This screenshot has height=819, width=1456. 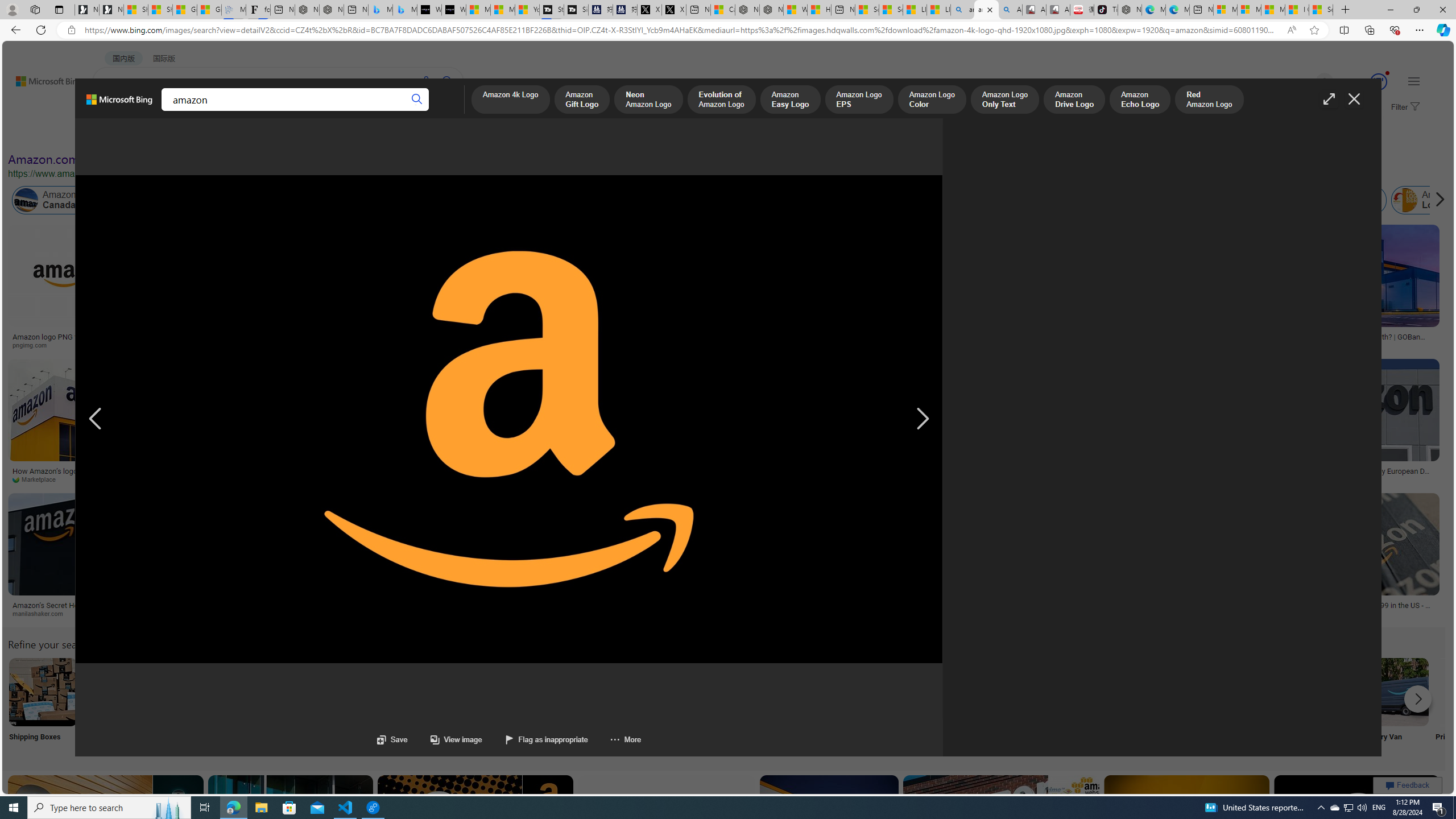 What do you see at coordinates (65, 200) in the screenshot?
I see `'Amazon Canada Online'` at bounding box center [65, 200].